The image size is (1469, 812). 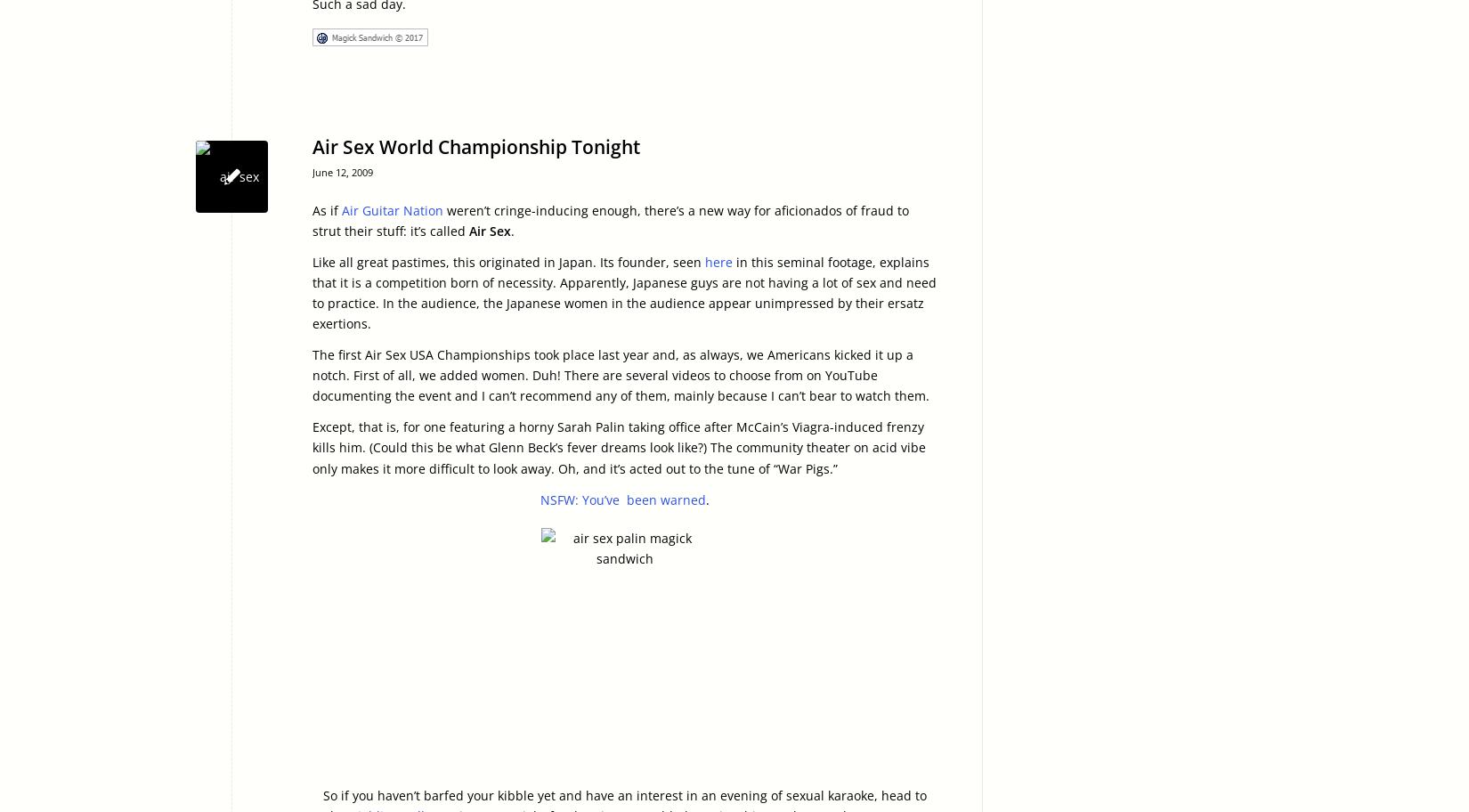 What do you see at coordinates (489, 230) in the screenshot?
I see `'Air Sex'` at bounding box center [489, 230].